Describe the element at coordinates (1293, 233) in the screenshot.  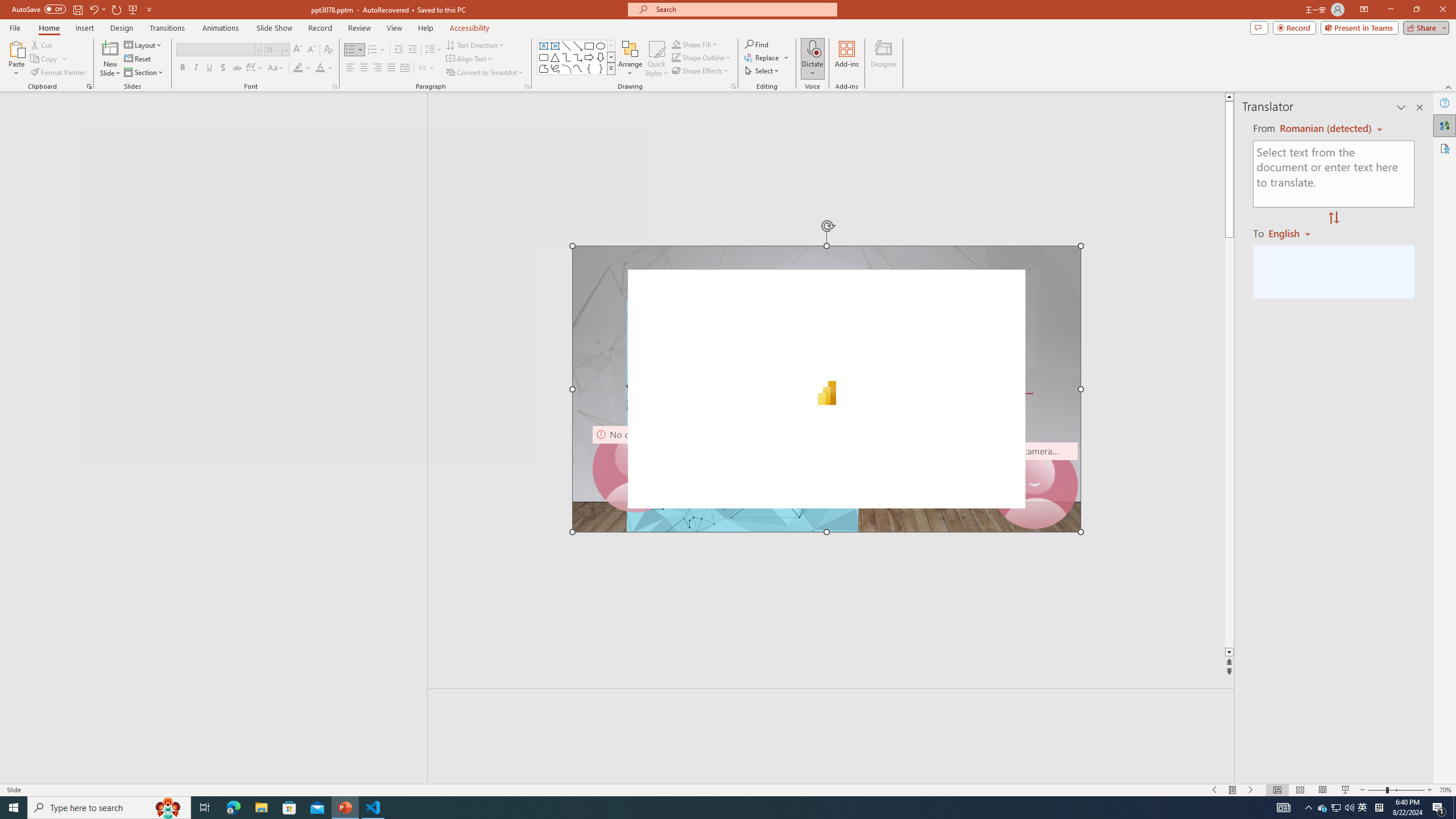
I see `'Romanian'` at that location.